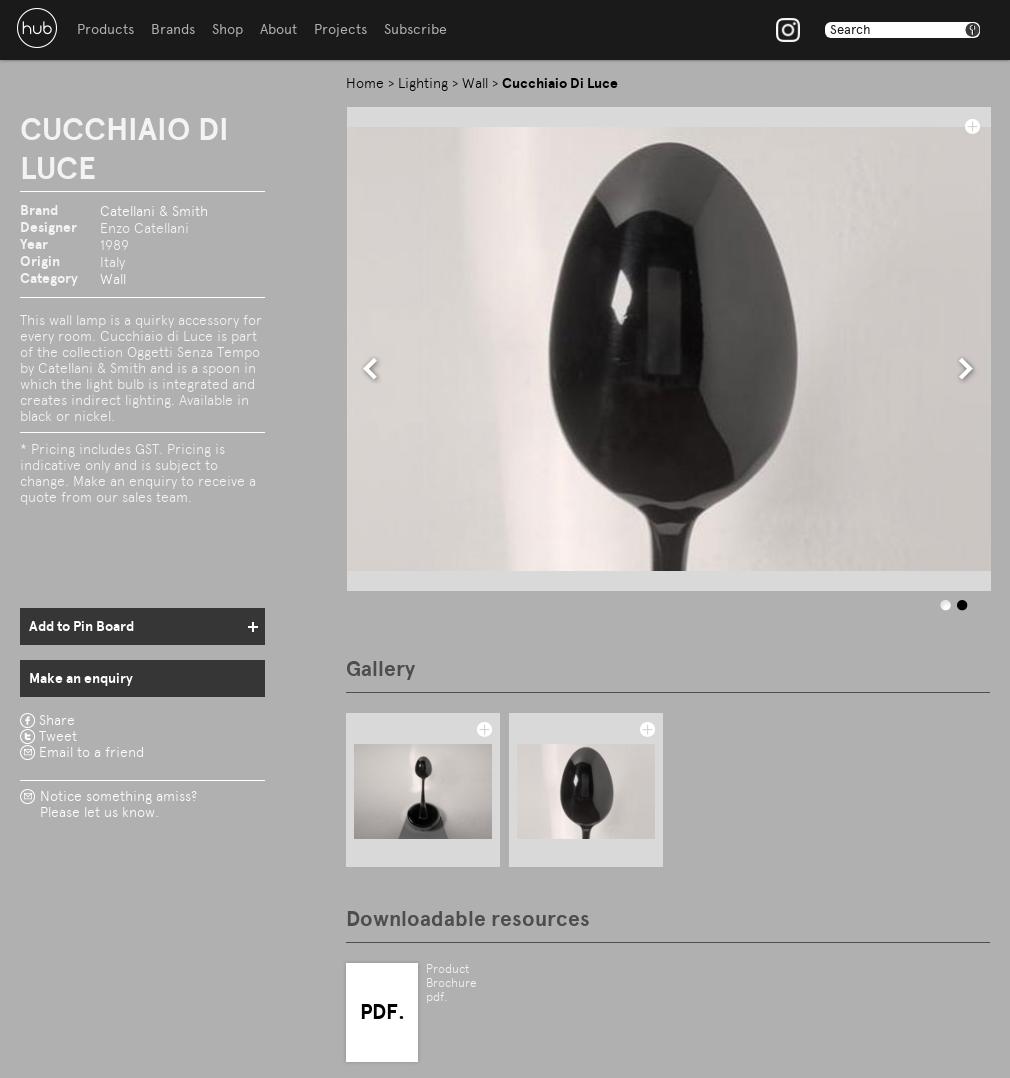  I want to click on 'About', so click(278, 28).